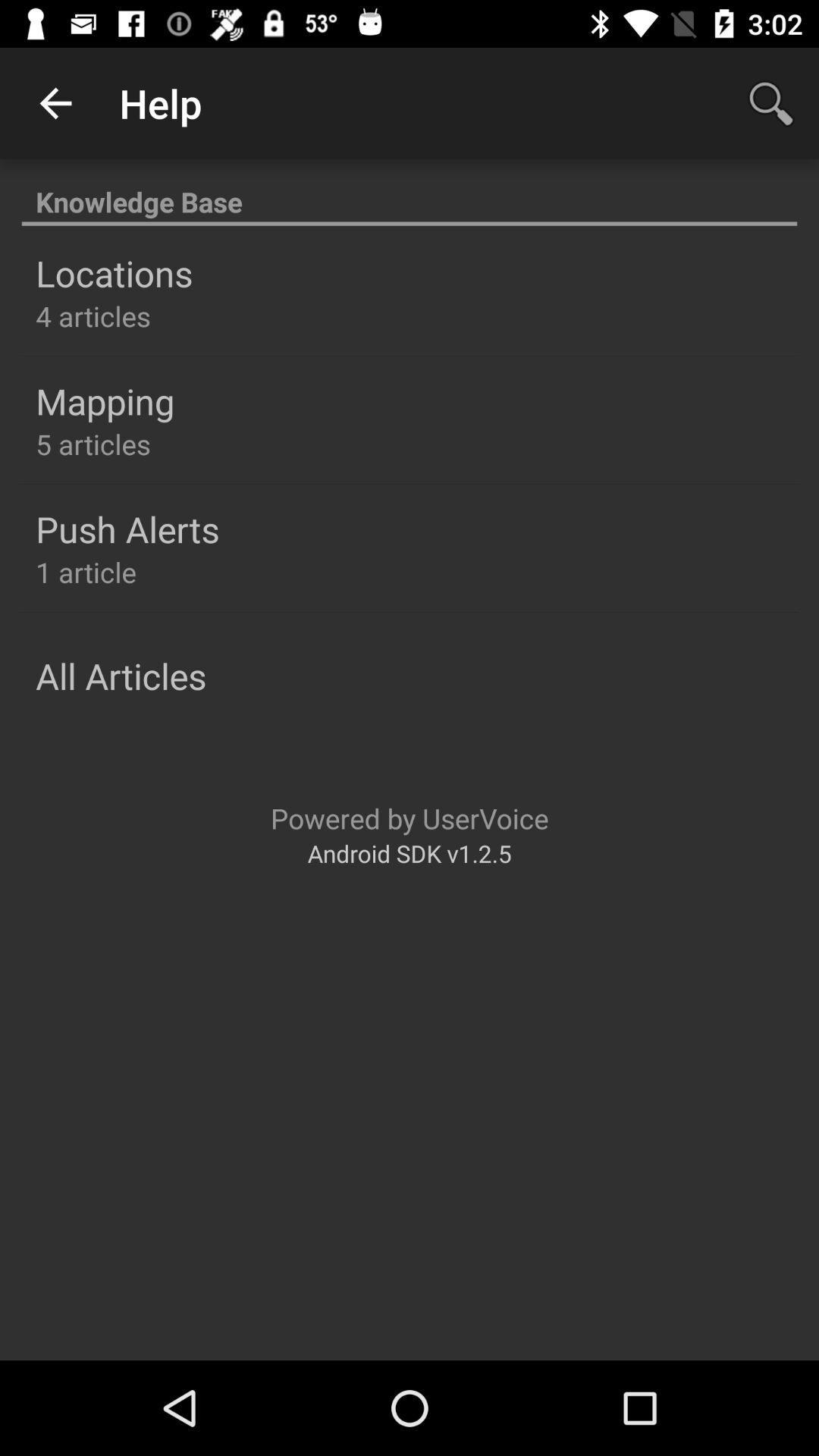  What do you see at coordinates (409, 193) in the screenshot?
I see `icon above the locations` at bounding box center [409, 193].